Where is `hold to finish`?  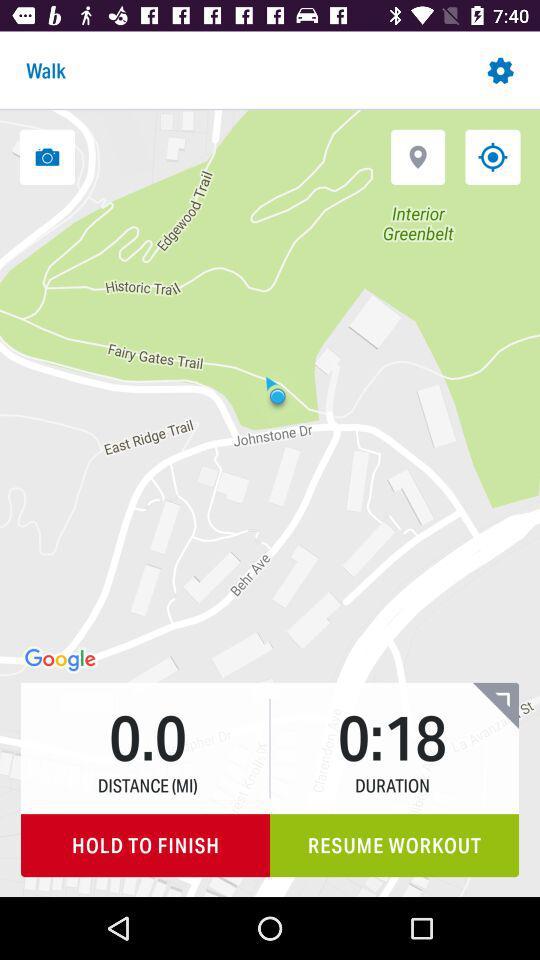 hold to finish is located at coordinates (144, 844).